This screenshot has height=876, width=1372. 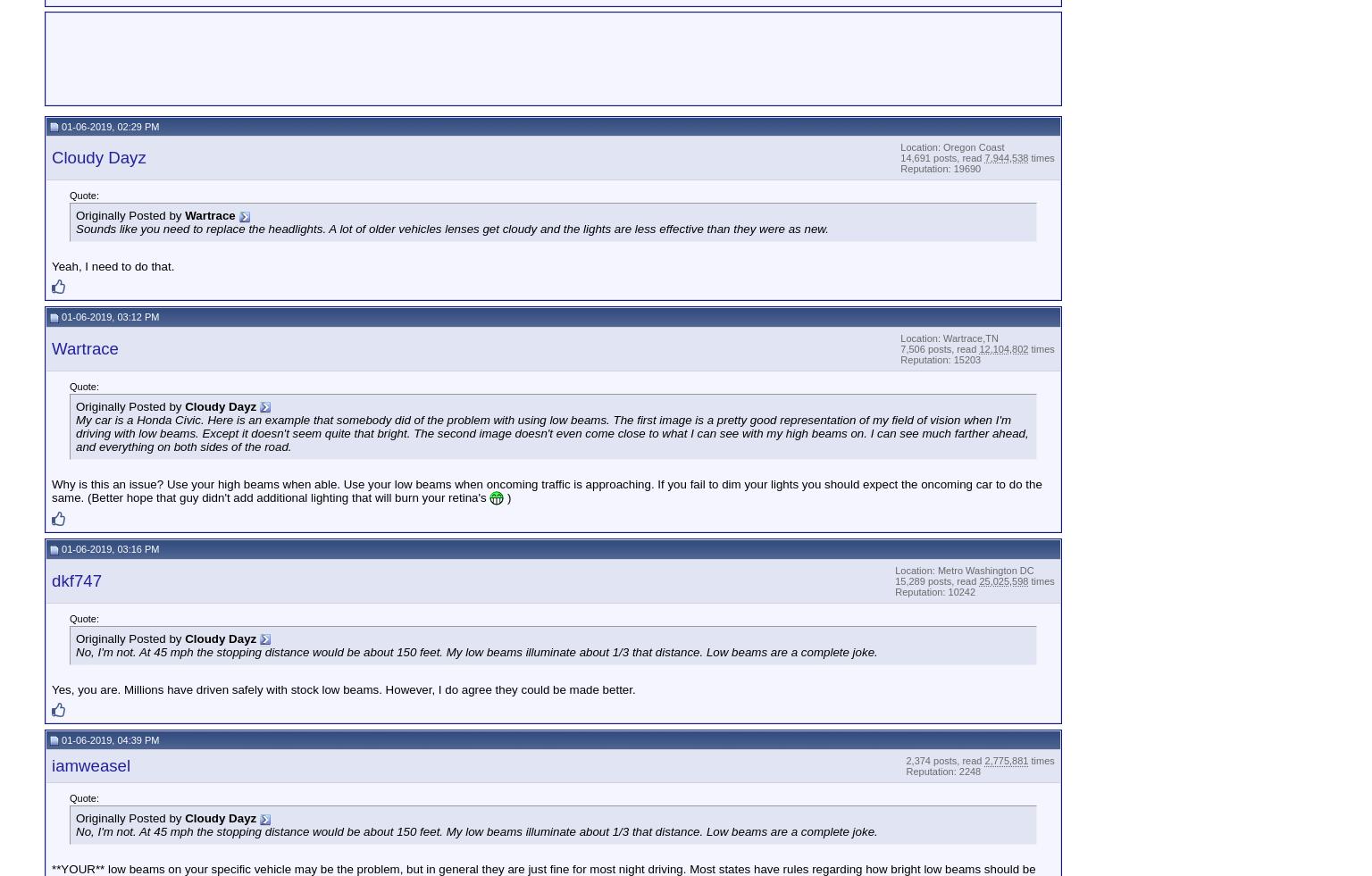 What do you see at coordinates (1005, 760) in the screenshot?
I see `'2,775,881'` at bounding box center [1005, 760].